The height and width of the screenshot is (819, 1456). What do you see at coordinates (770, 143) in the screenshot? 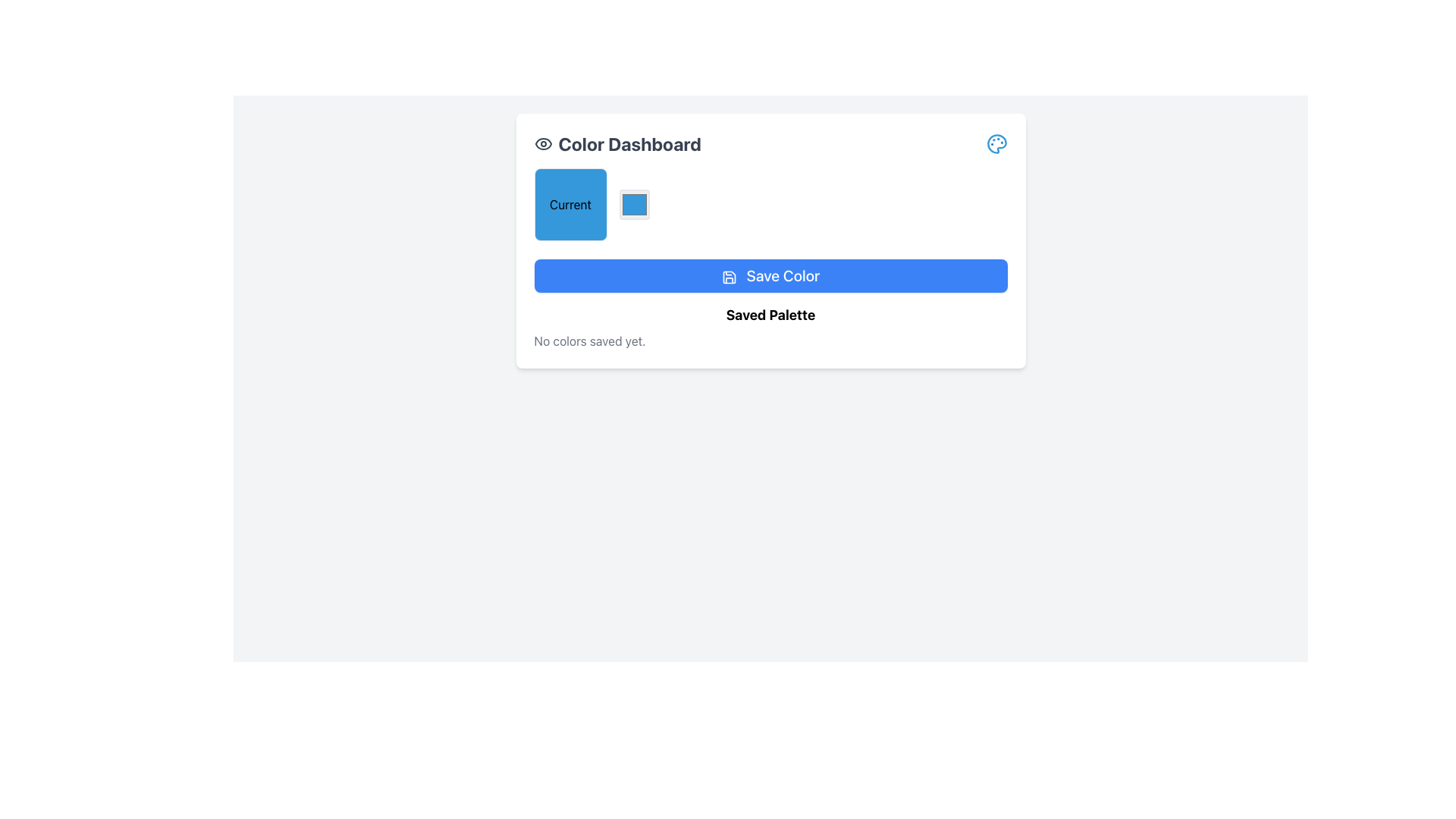
I see `the icons associated with the 'Color Dashboard' title, located at the top-left of the white card` at bounding box center [770, 143].